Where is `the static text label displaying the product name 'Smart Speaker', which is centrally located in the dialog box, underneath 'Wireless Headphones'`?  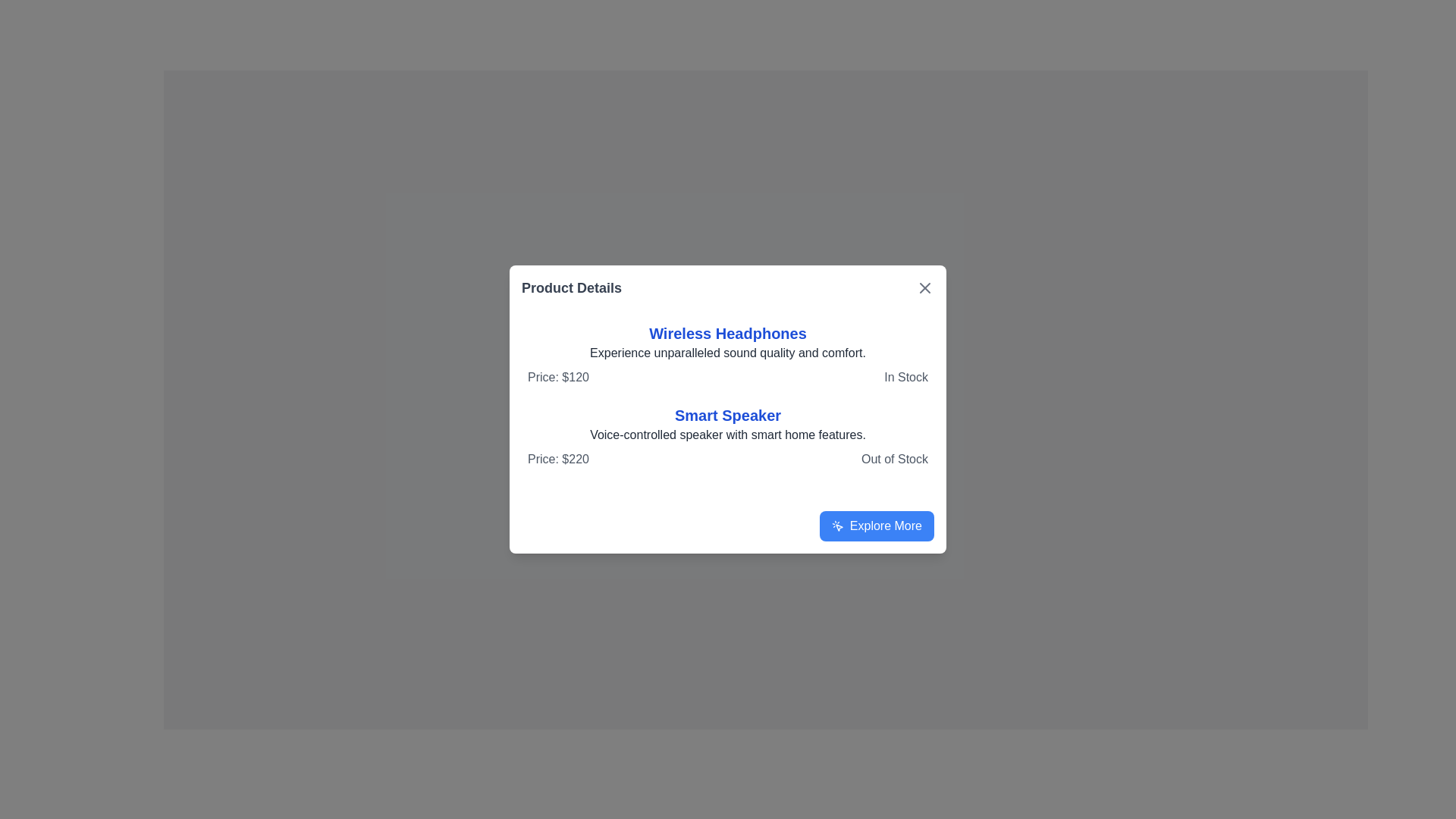
the static text label displaying the product name 'Smart Speaker', which is centrally located in the dialog box, underneath 'Wireless Headphones' is located at coordinates (728, 415).